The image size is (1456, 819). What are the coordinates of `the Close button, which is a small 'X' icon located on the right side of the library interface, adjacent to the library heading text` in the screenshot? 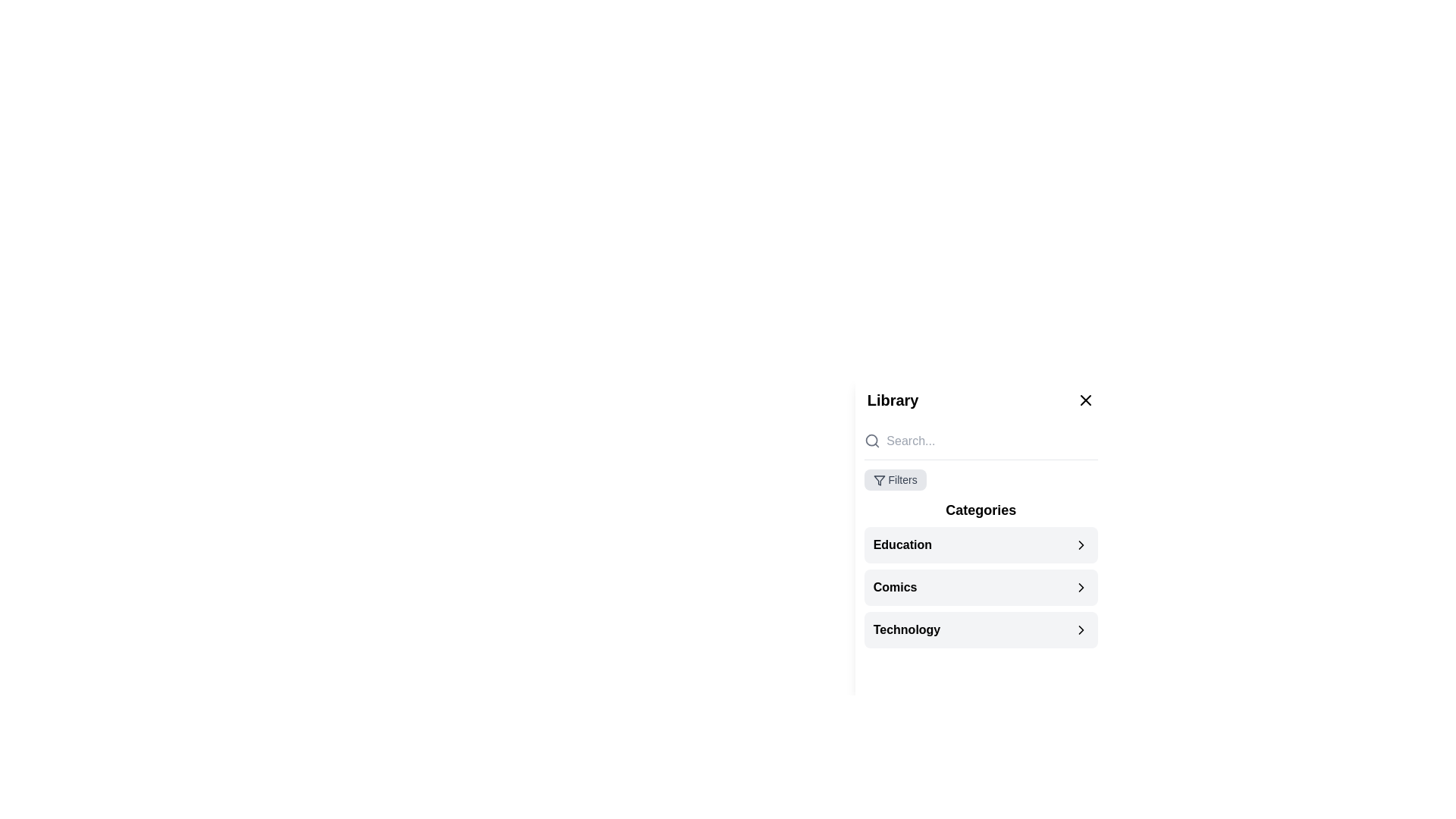 It's located at (1084, 400).